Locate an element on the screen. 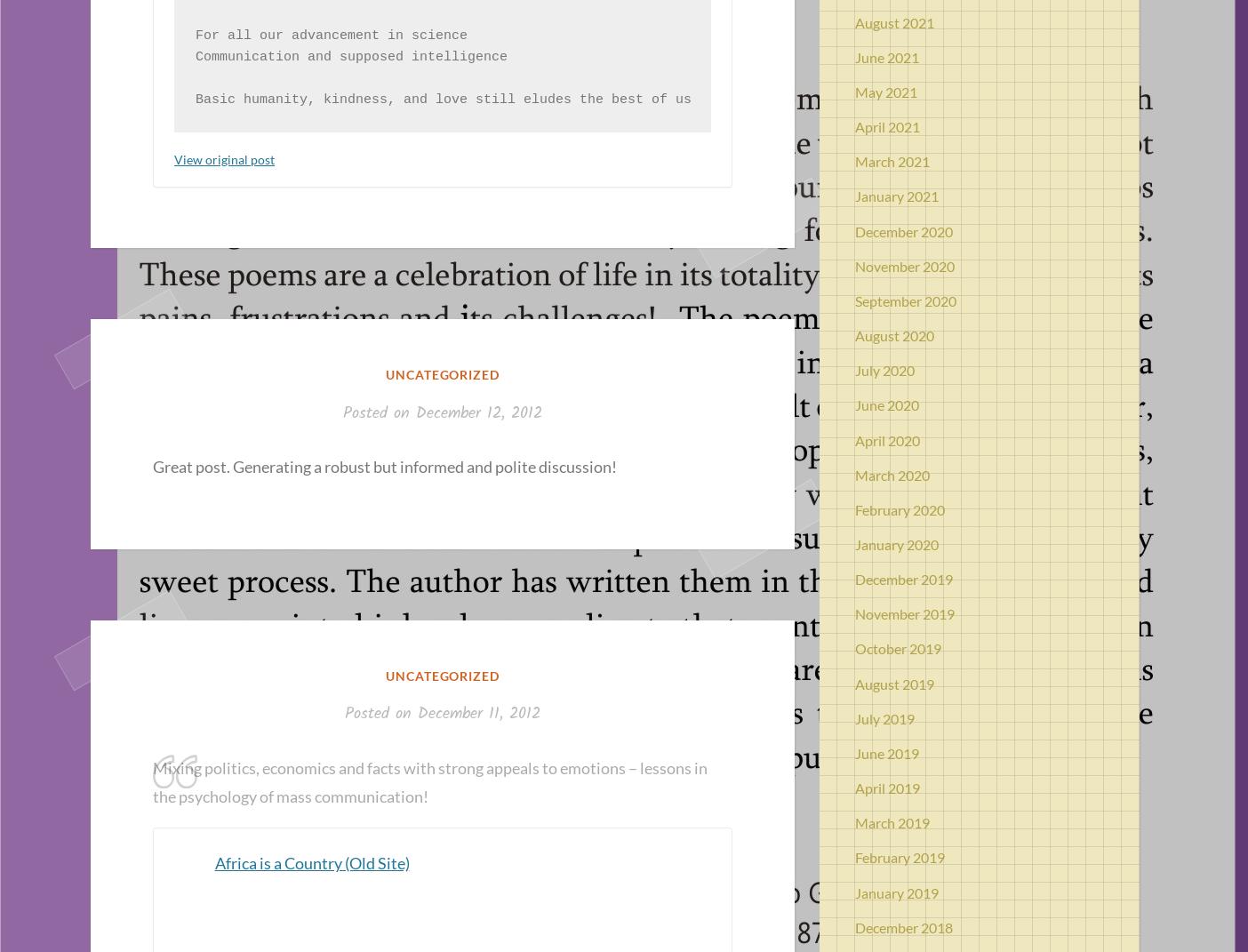 This screenshot has width=1248, height=952. 'December 11, 2012' is located at coordinates (417, 713).